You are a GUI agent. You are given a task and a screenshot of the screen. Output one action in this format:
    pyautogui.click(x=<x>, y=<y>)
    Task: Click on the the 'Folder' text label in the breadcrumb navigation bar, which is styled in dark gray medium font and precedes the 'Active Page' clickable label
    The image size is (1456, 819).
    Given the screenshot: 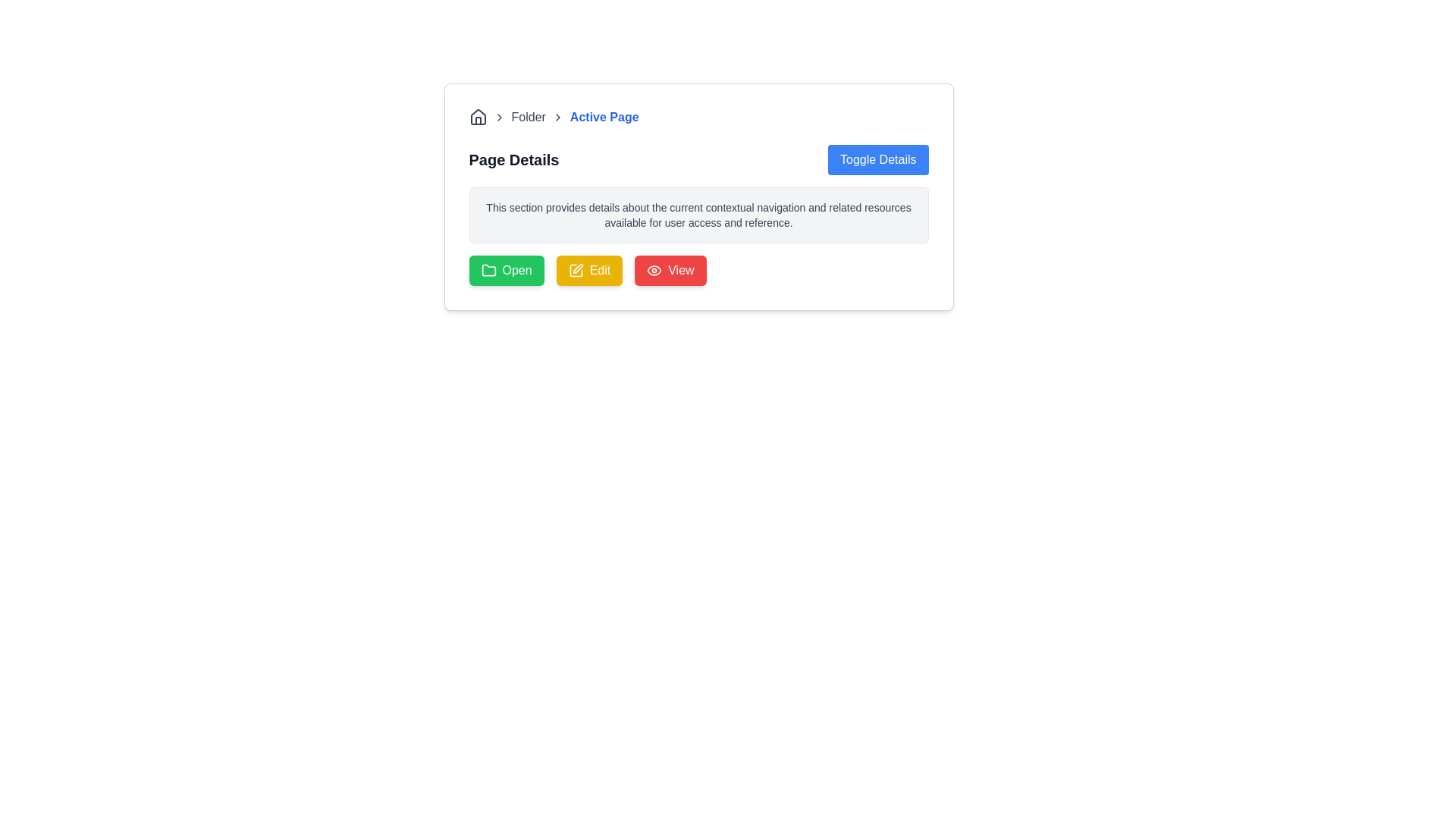 What is the action you would take?
    pyautogui.click(x=529, y=116)
    